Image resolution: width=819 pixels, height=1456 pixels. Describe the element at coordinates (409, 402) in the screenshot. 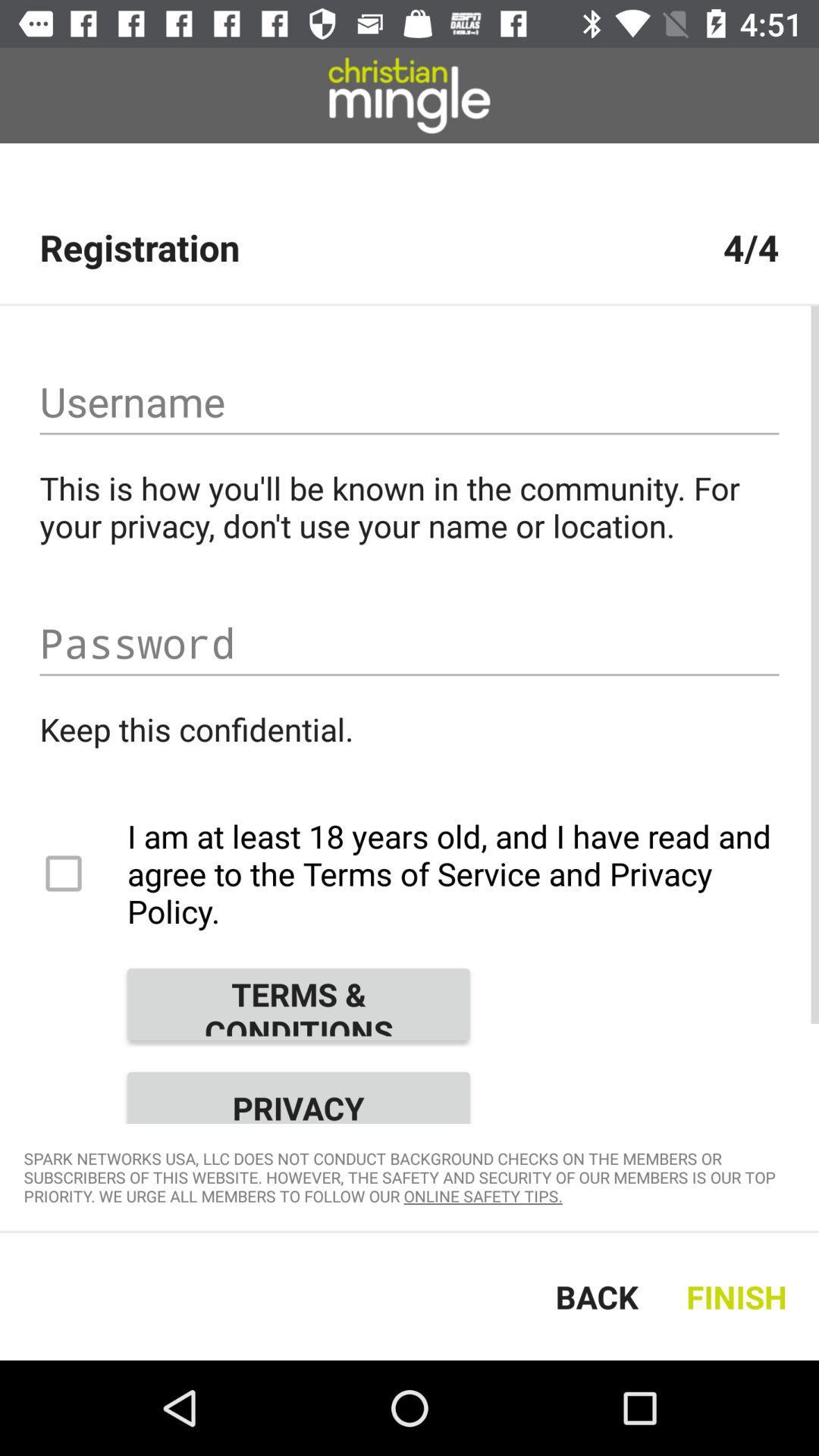

I see `new username` at that location.